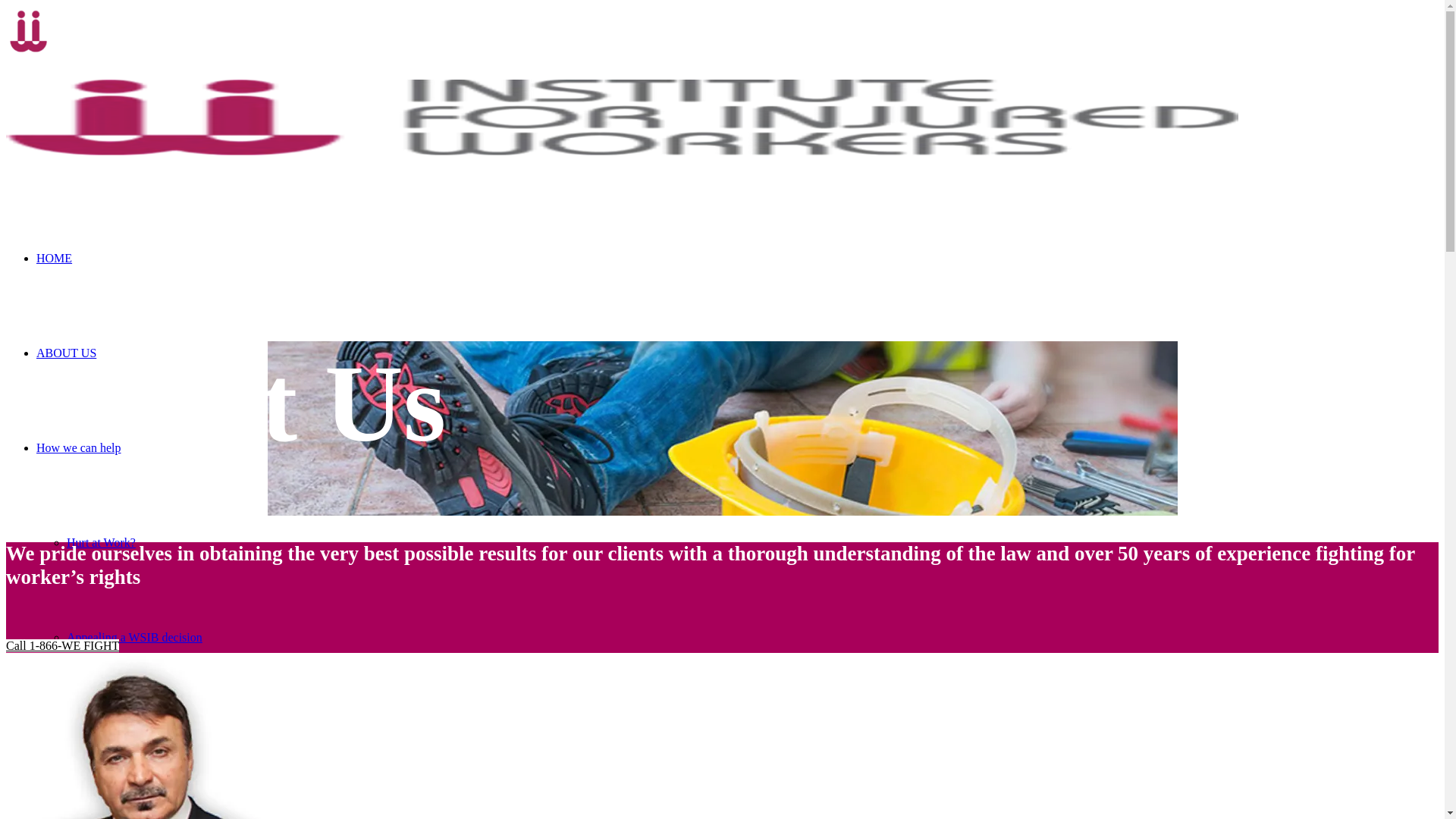  What do you see at coordinates (36, 257) in the screenshot?
I see `'HOME'` at bounding box center [36, 257].